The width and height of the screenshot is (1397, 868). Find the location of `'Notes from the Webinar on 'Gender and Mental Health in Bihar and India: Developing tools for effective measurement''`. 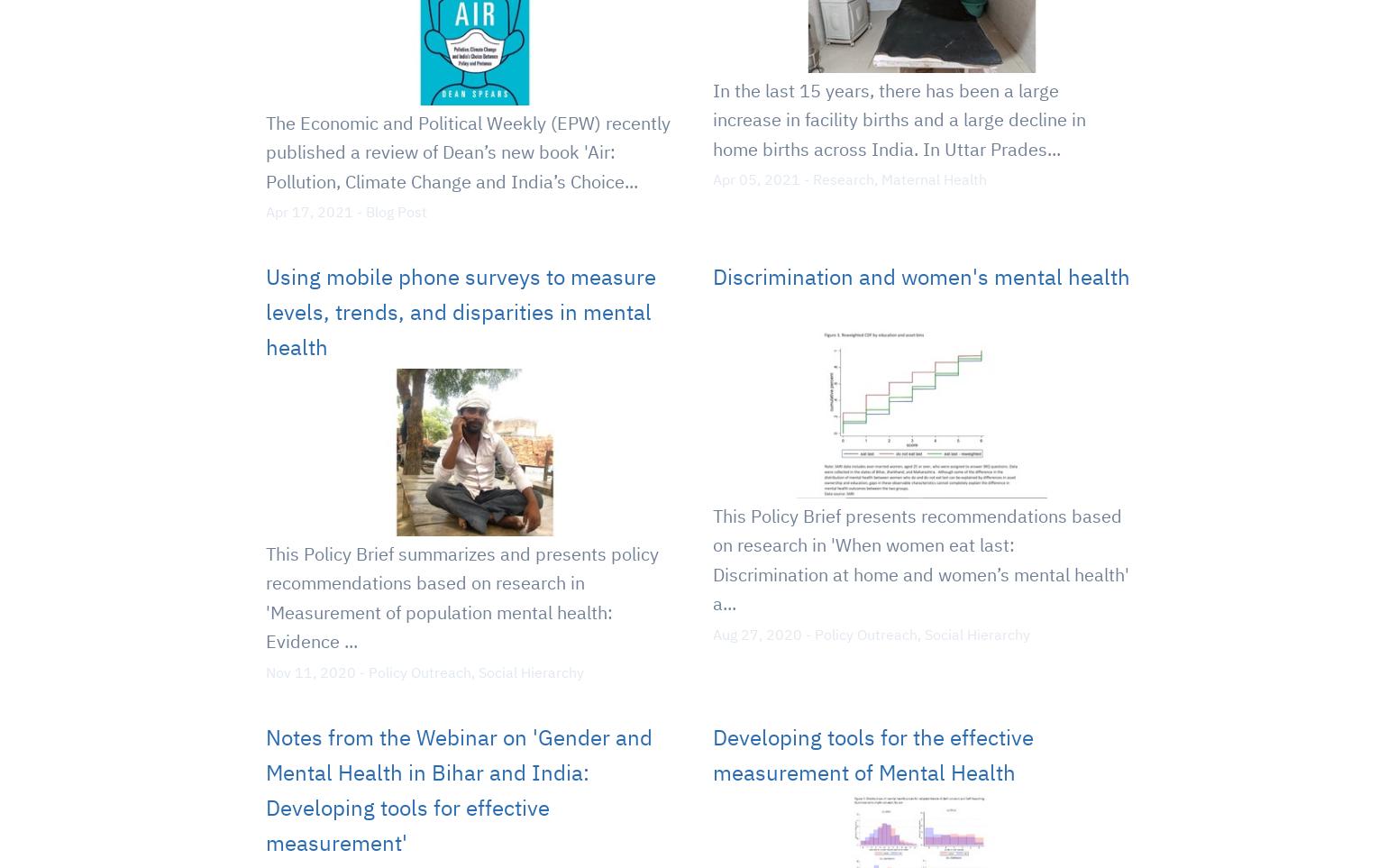

'Notes from the Webinar on 'Gender and Mental Health in Bihar and India: Developing tools for effective measurement'' is located at coordinates (458, 789).